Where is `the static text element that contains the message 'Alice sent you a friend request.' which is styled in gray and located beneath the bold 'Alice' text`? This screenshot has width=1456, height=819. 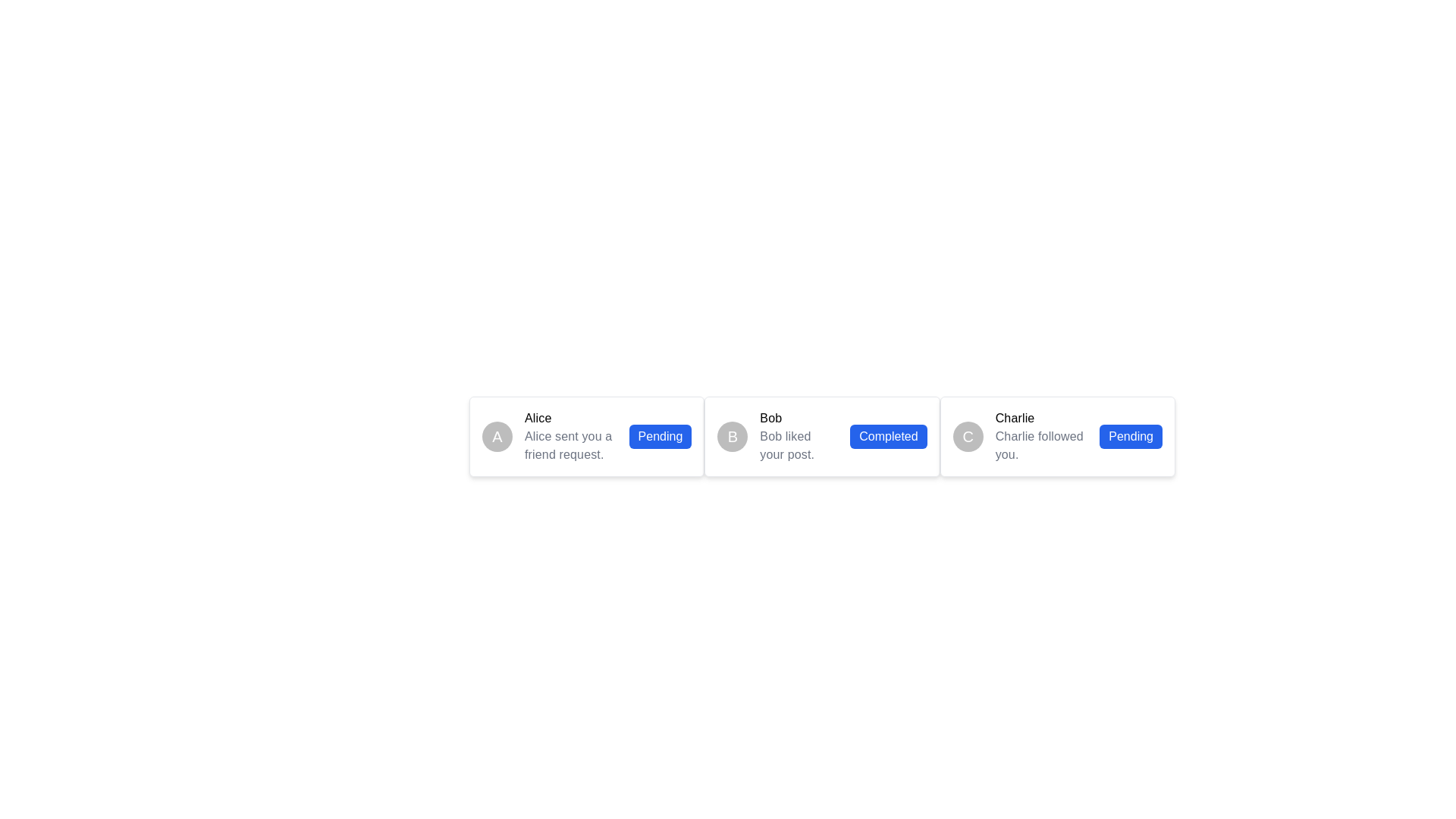
the static text element that contains the message 'Alice sent you a friend request.' which is styled in gray and located beneath the bold 'Alice' text is located at coordinates (570, 444).